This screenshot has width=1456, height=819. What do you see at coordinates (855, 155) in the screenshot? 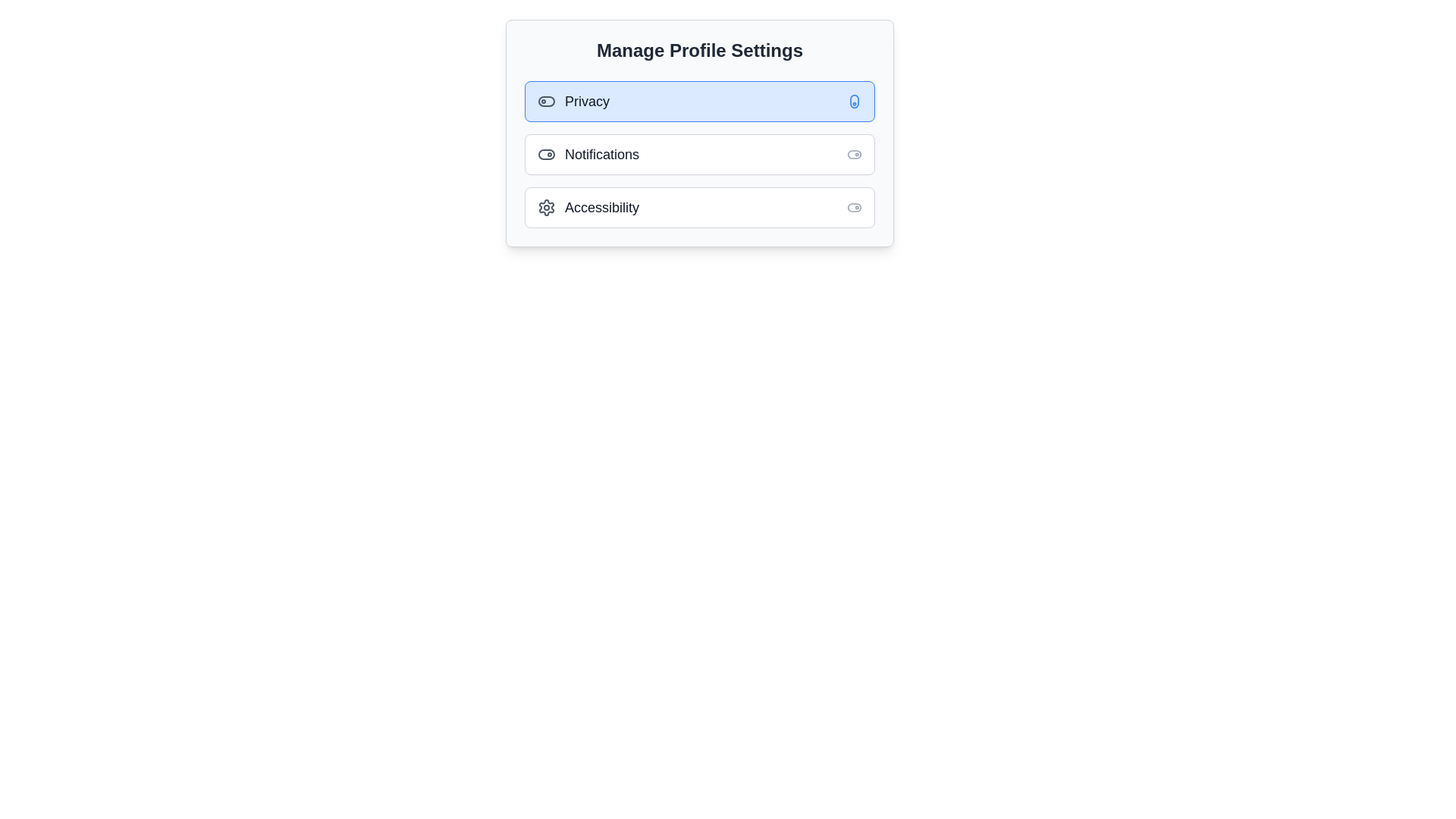
I see `the SVG rectangle that serves as the background of the toggle switch for the 'Notifications' label` at bounding box center [855, 155].